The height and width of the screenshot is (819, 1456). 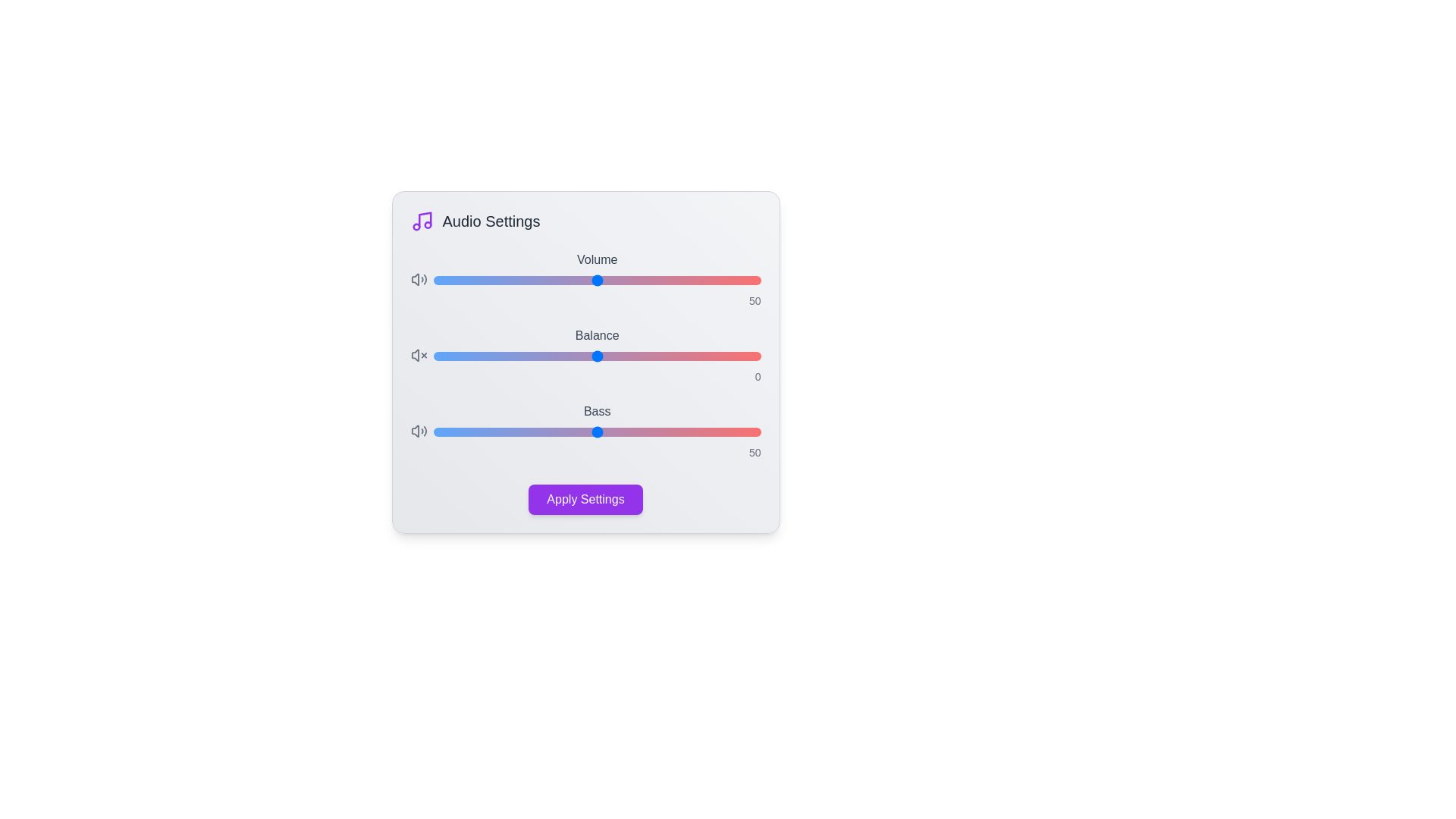 What do you see at coordinates (492, 356) in the screenshot?
I see `the 'Balance' slider to the specified value -32` at bounding box center [492, 356].